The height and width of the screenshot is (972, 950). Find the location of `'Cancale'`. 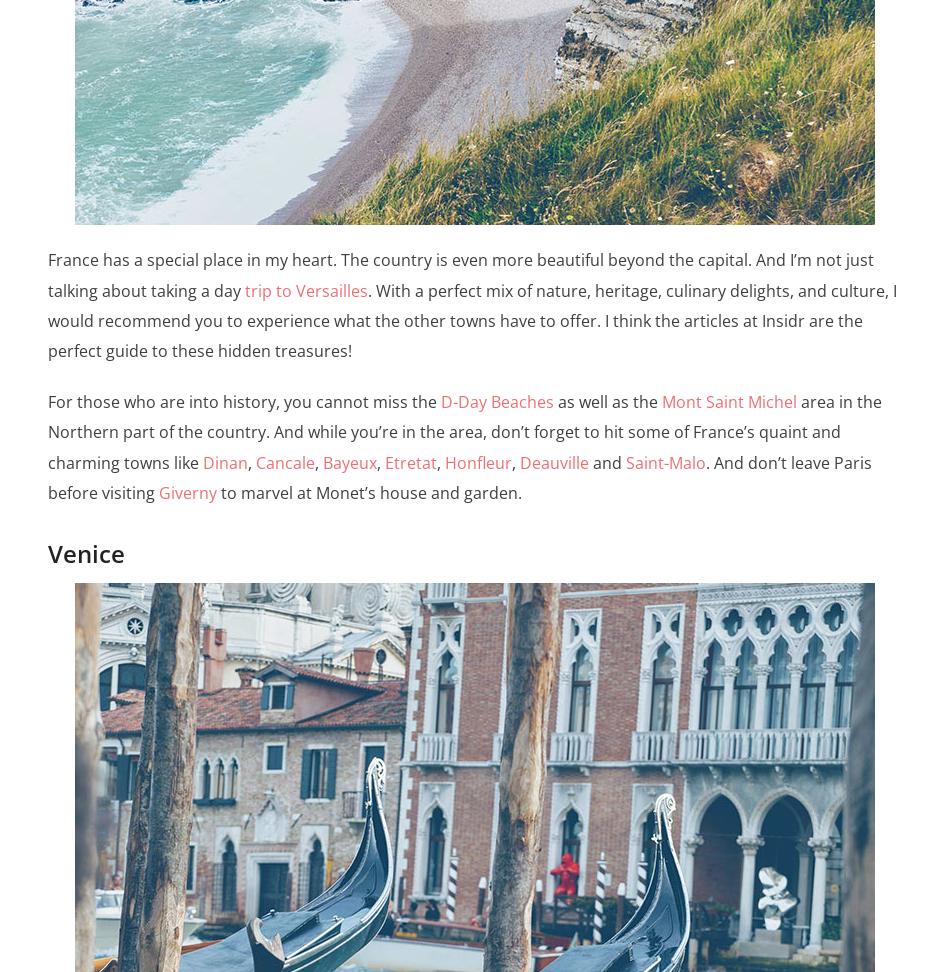

'Cancale' is located at coordinates (283, 460).